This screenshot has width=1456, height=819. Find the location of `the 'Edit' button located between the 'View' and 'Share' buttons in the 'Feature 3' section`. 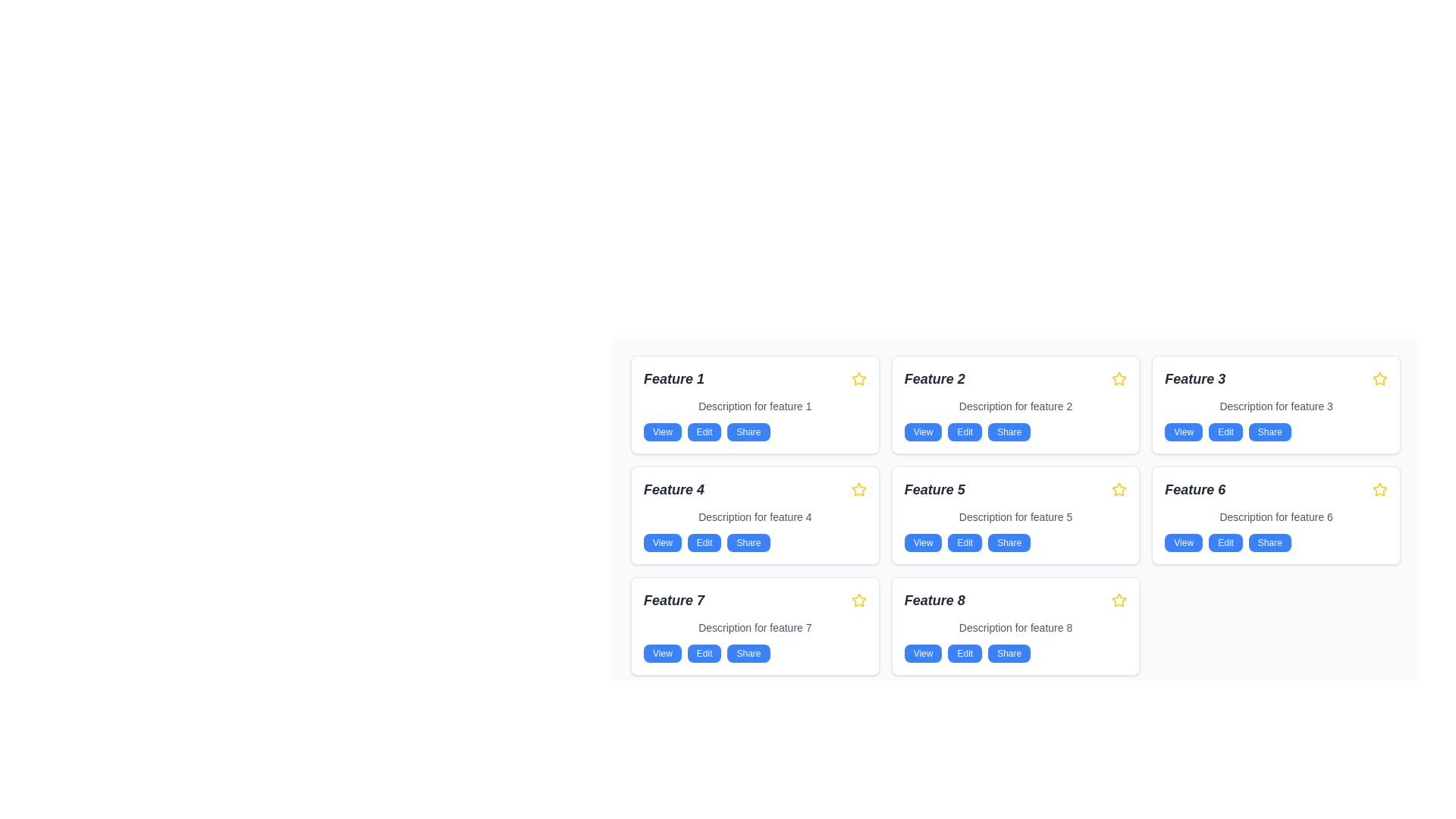

the 'Edit' button located between the 'View' and 'Share' buttons in the 'Feature 3' section is located at coordinates (1225, 432).